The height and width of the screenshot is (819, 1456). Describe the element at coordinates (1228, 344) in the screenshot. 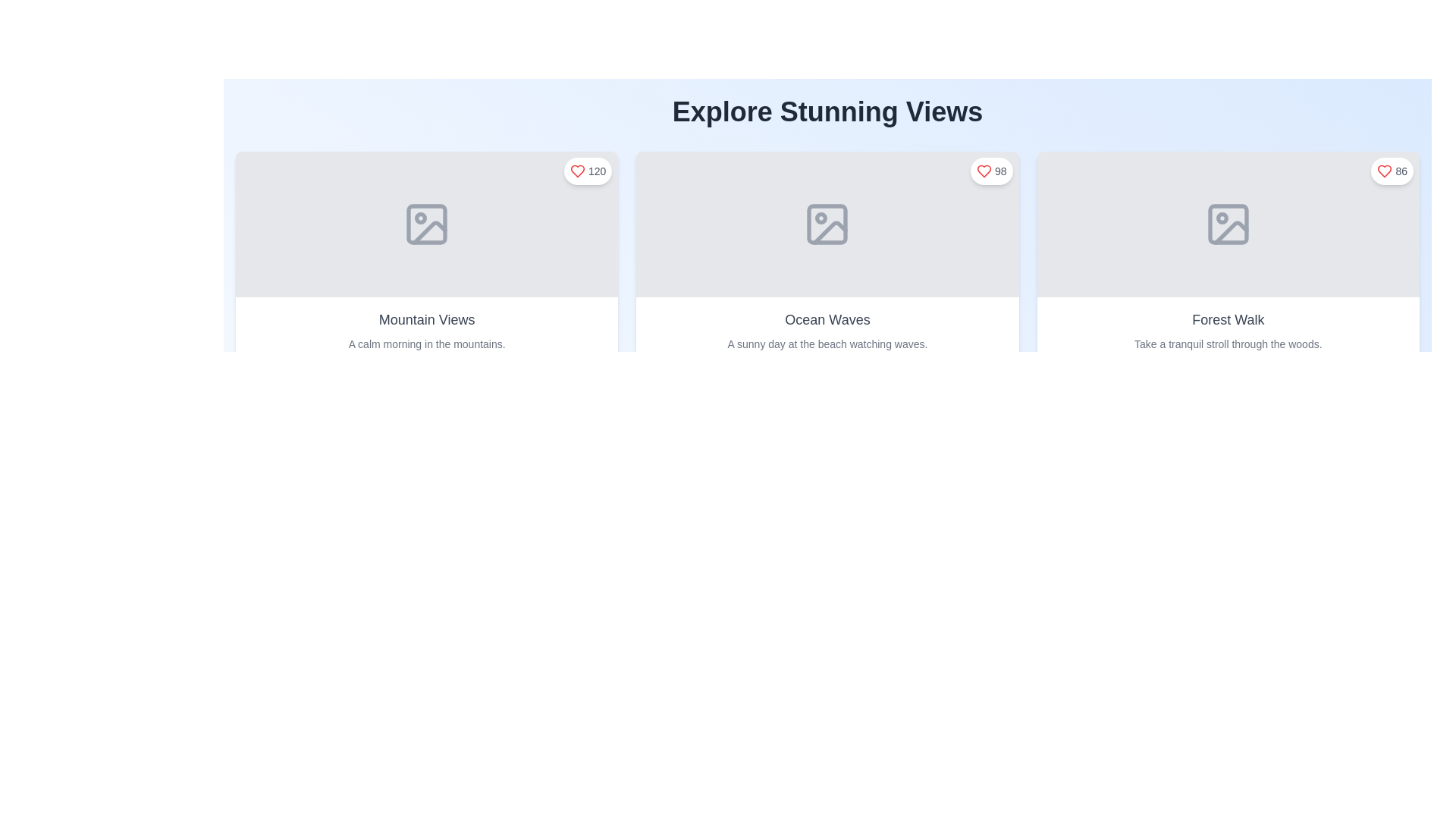

I see `the Text Display element that contains the description 'Take a tranquil stroll through the woods.' located under the heading 'Forest Walk' in the rightmost card layout` at that location.